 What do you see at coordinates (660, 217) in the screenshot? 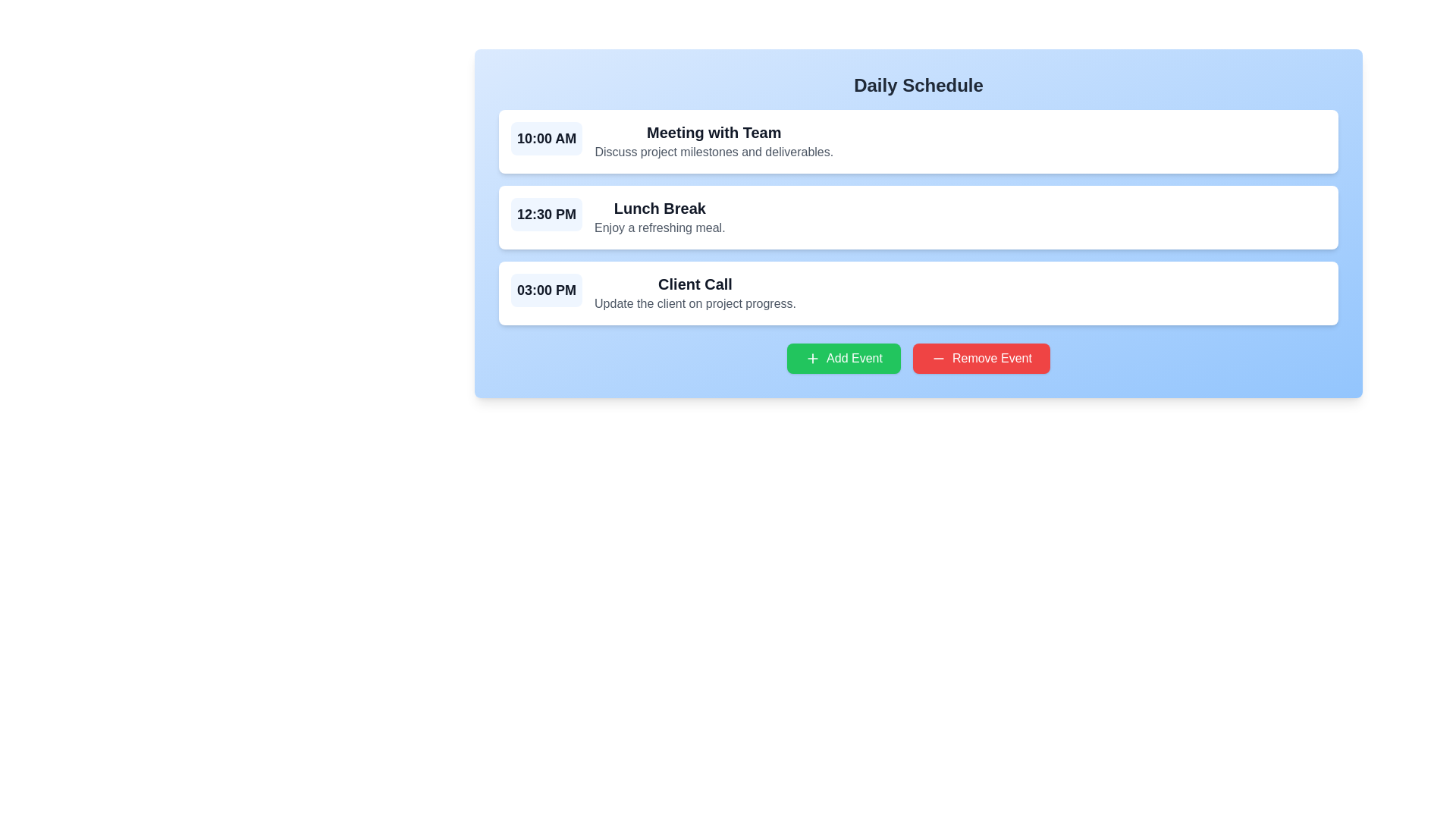
I see `the Text component serving as the title and description for the 'Lunch Break' event scheduled at 12:30 PM, located in the second event block of the 'Daily Schedule' interface` at bounding box center [660, 217].